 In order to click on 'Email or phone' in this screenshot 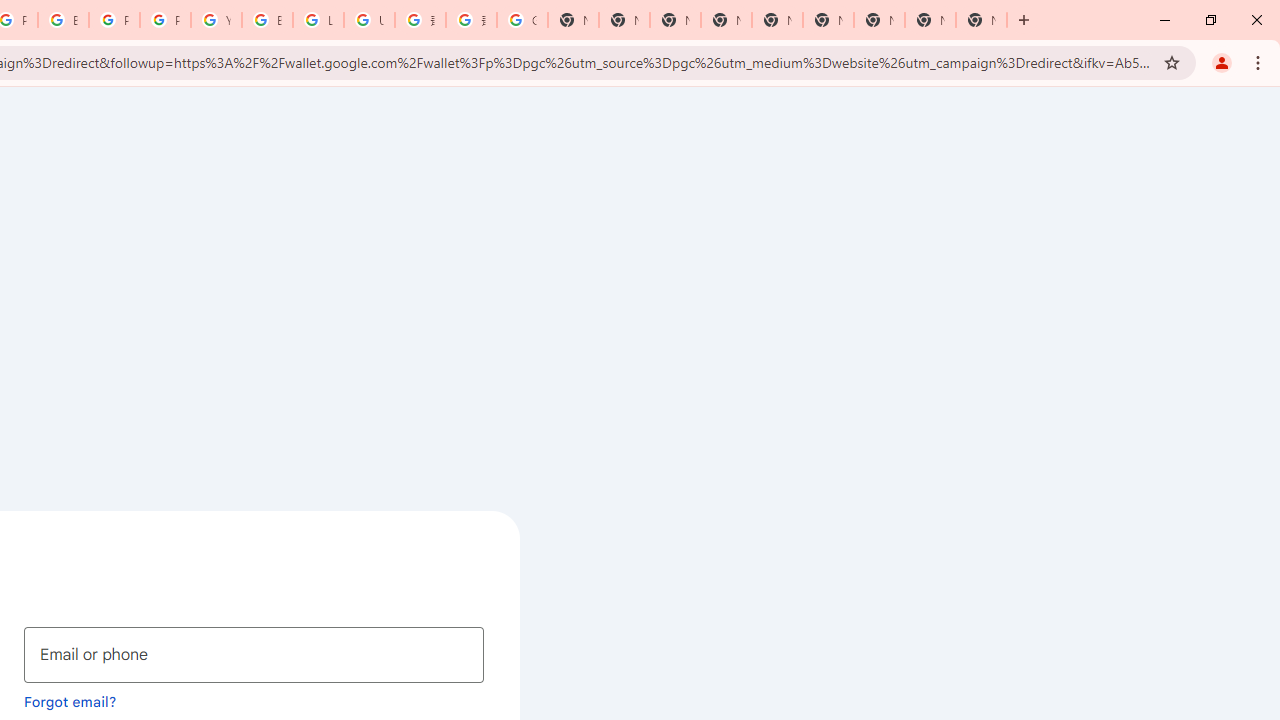, I will do `click(253, 654)`.